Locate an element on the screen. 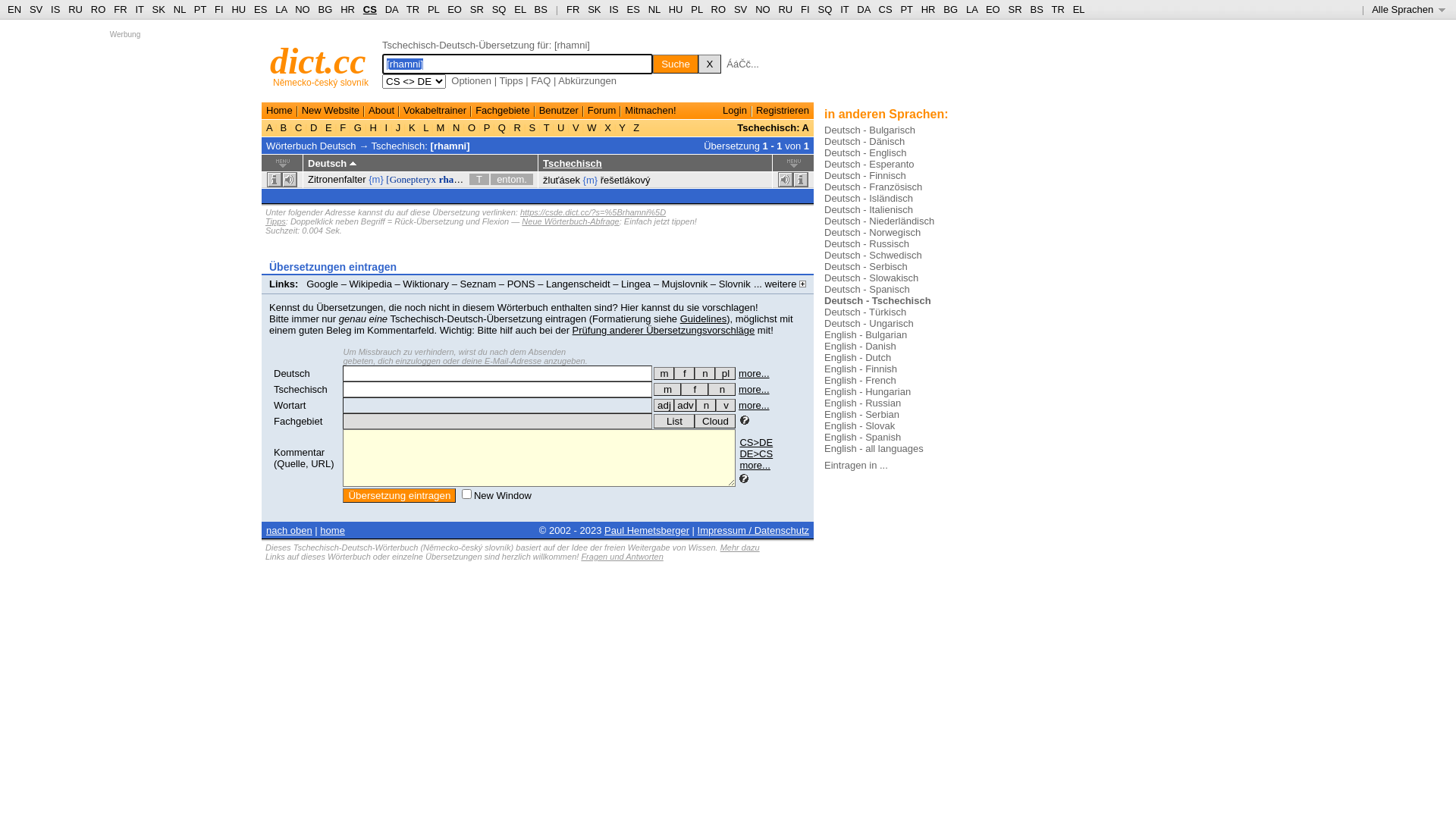 The height and width of the screenshot is (819, 1456). 'Deutsch - Italienisch' is located at coordinates (823, 209).